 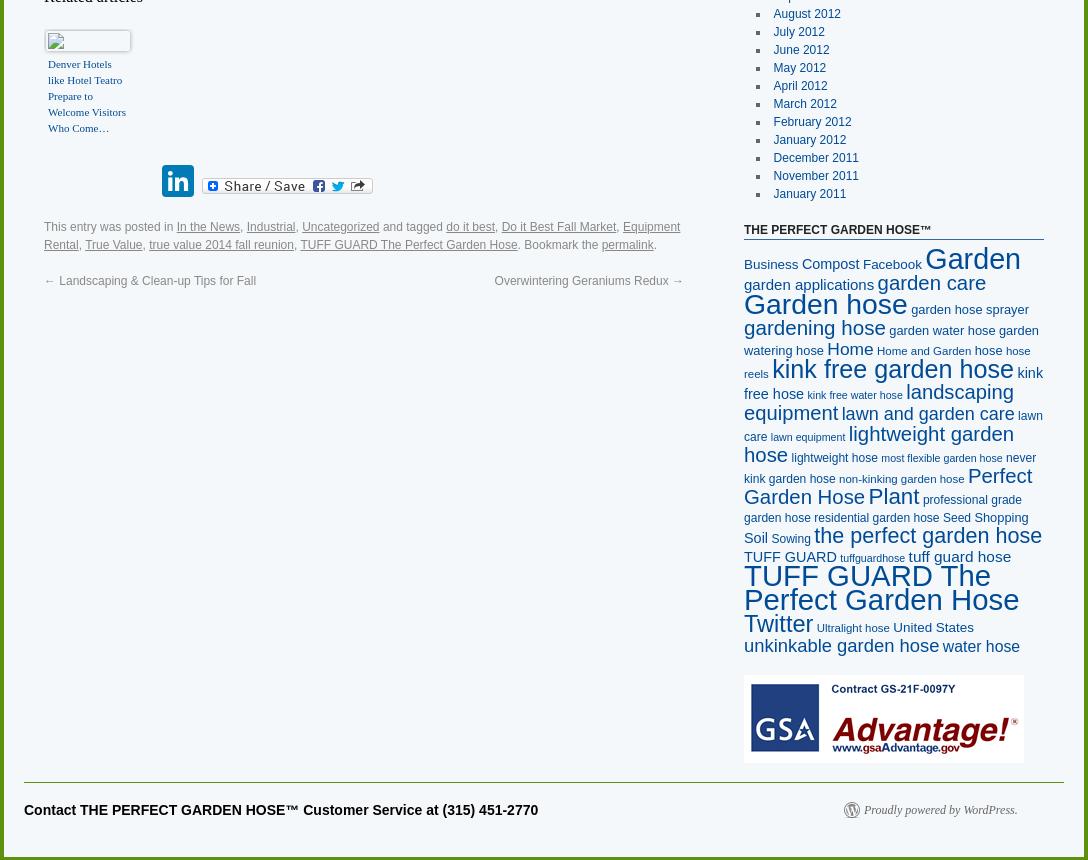 What do you see at coordinates (742, 282) in the screenshot?
I see `'garden applications'` at bounding box center [742, 282].